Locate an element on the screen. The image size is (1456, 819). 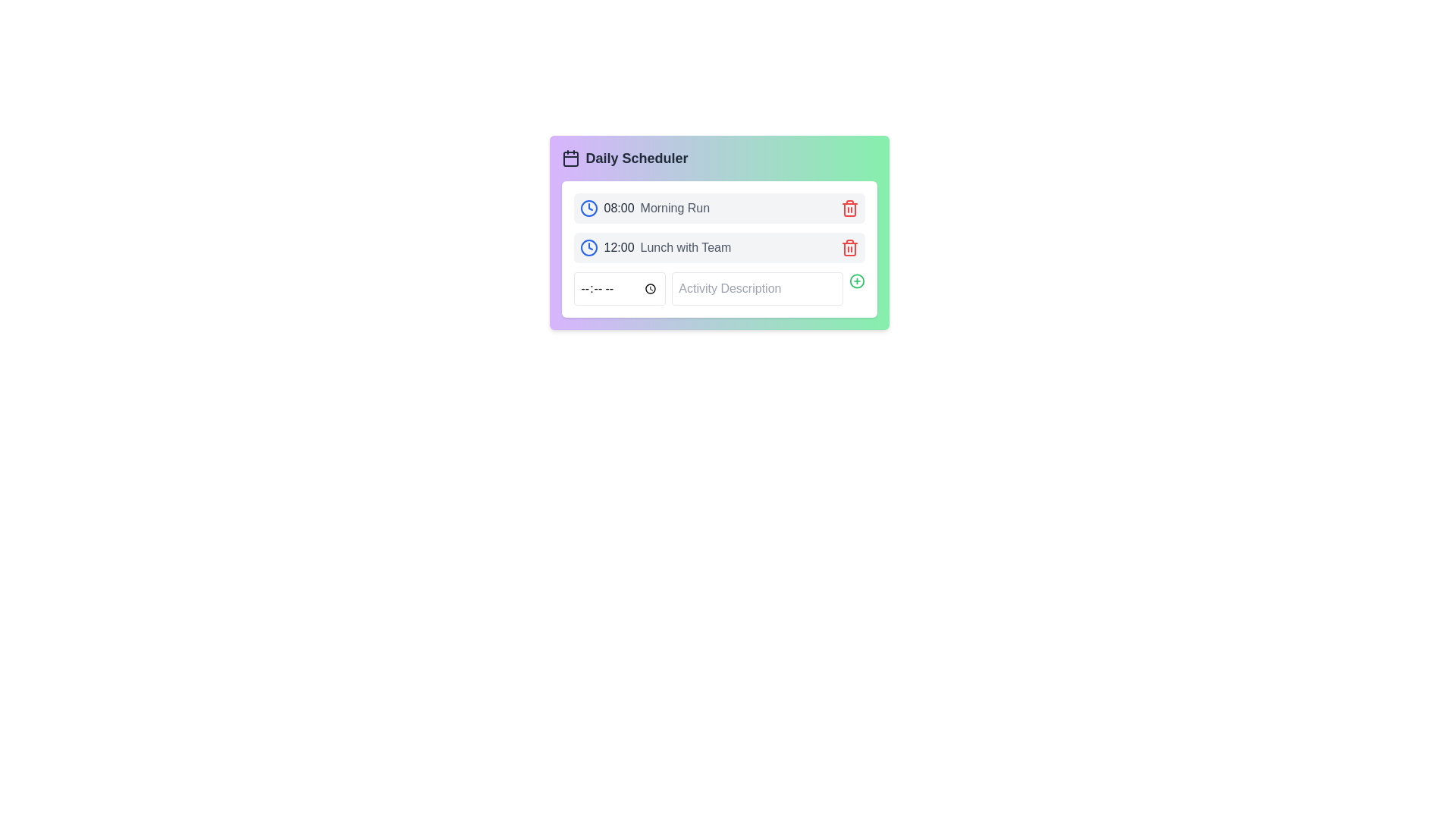
the text label that reads 'Morning Run', which is styled with a gray font color and situated between the time label '08:00' and a delete icon in the activity row is located at coordinates (674, 208).